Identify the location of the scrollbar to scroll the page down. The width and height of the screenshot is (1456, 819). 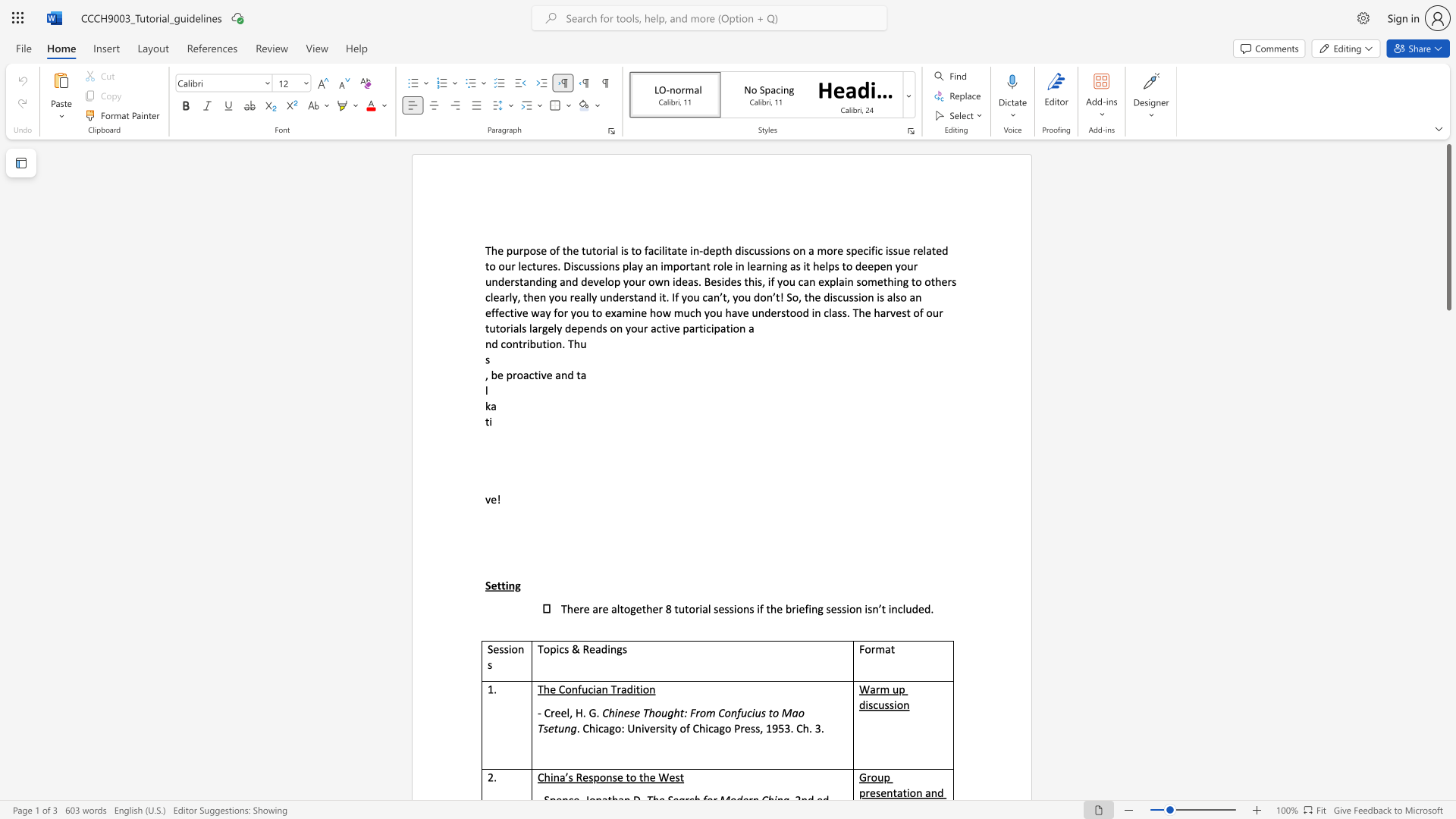
(1448, 651).